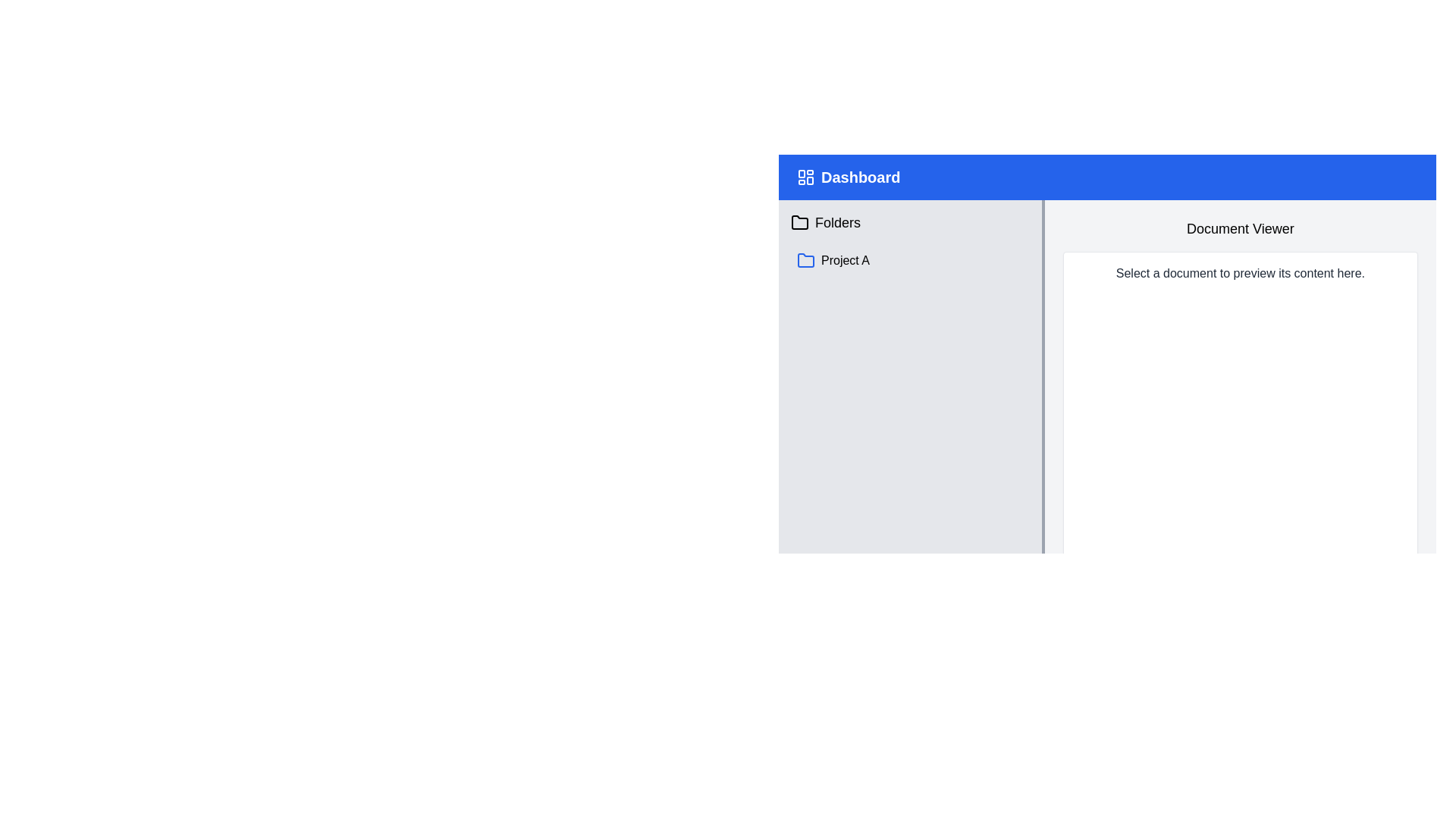  Describe the element at coordinates (1240, 228) in the screenshot. I see `the Static Text Label displaying 'Document Viewer', which is prominently positioned at the top center of the document preview section` at that location.